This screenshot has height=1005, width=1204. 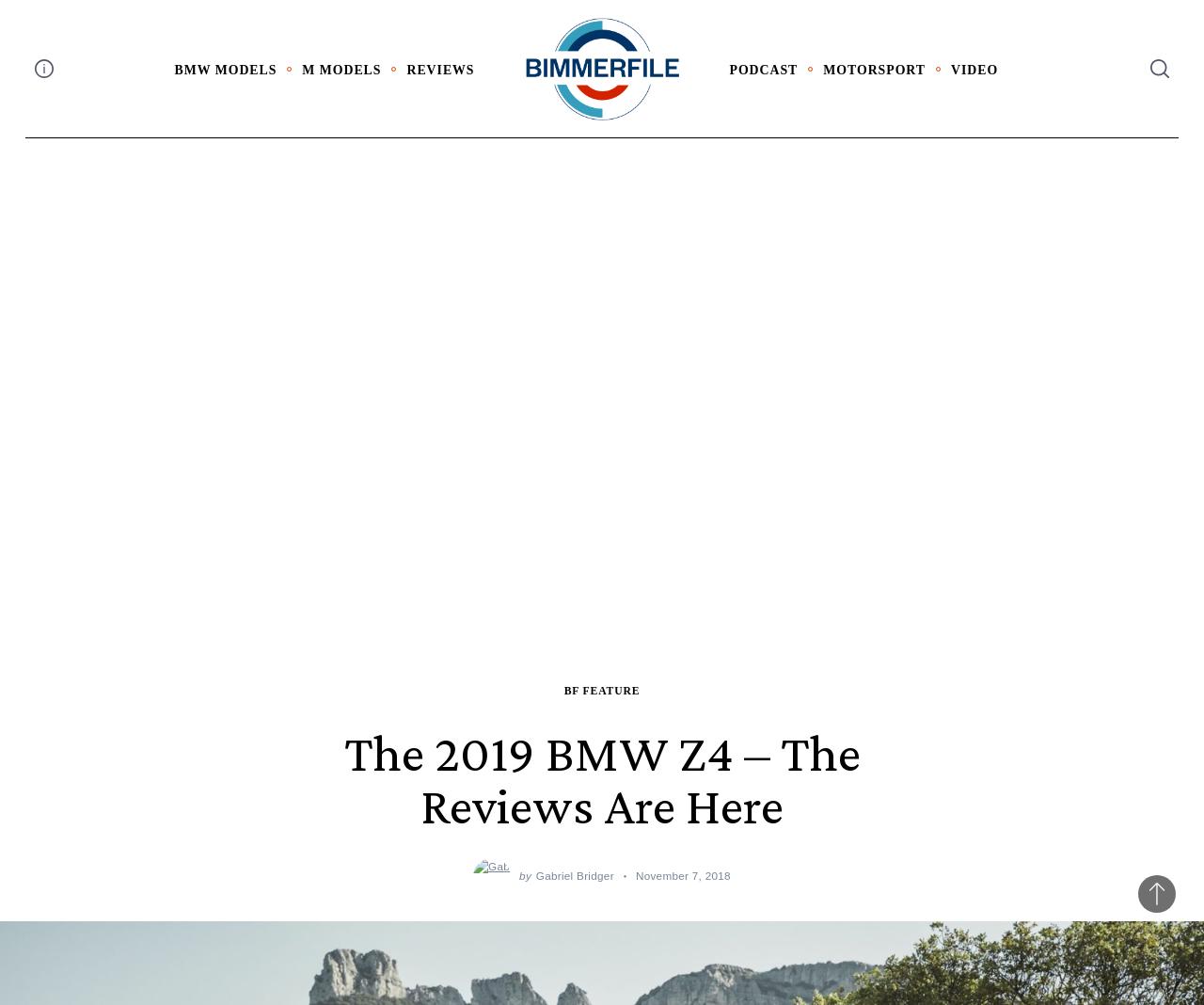 I want to click on 'All BMW M News', so click(x=327, y=107).